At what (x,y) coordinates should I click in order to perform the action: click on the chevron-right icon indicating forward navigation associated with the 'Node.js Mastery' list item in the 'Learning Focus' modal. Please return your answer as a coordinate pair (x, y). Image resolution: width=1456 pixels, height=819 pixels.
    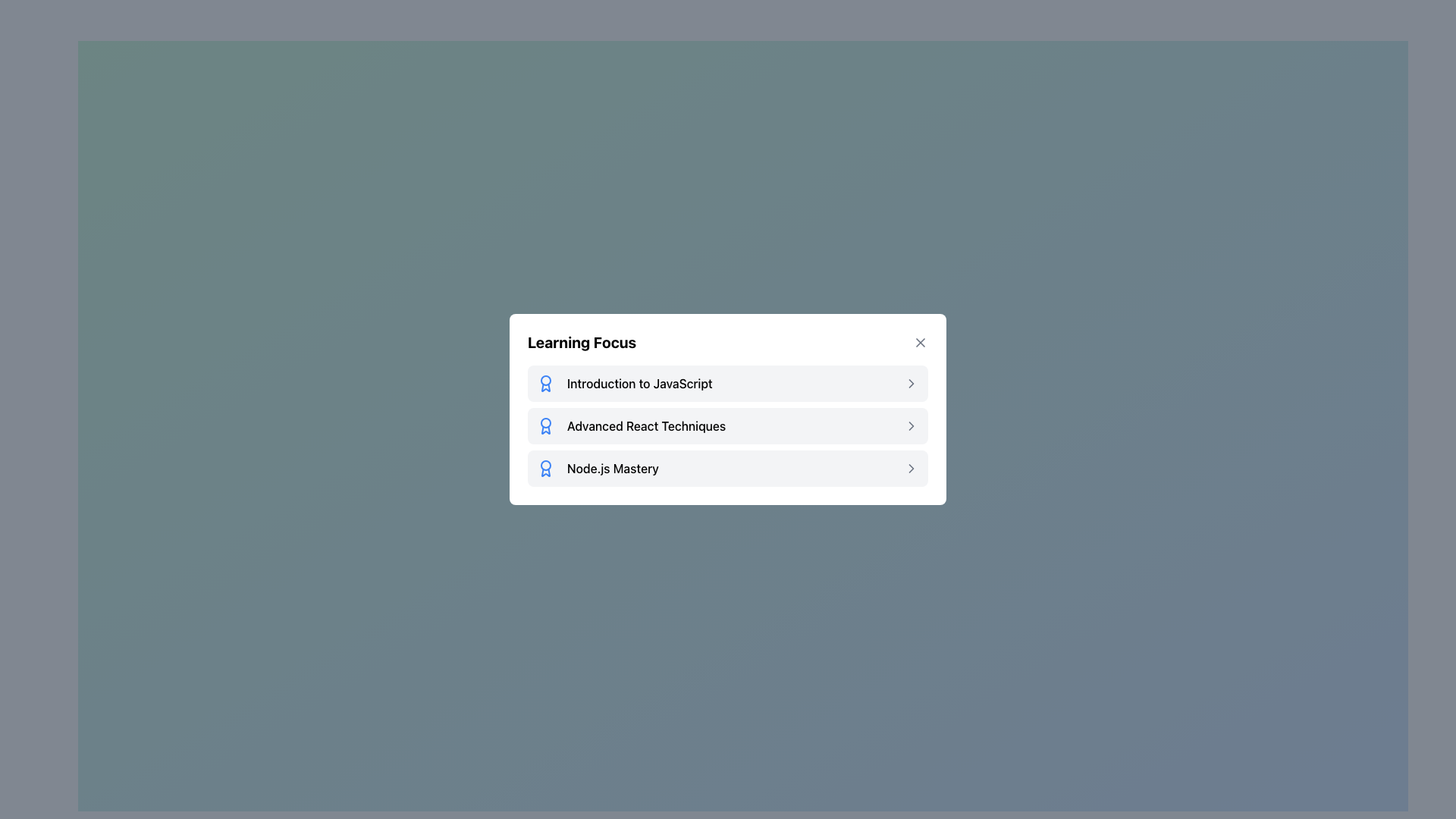
    Looking at the image, I should click on (910, 467).